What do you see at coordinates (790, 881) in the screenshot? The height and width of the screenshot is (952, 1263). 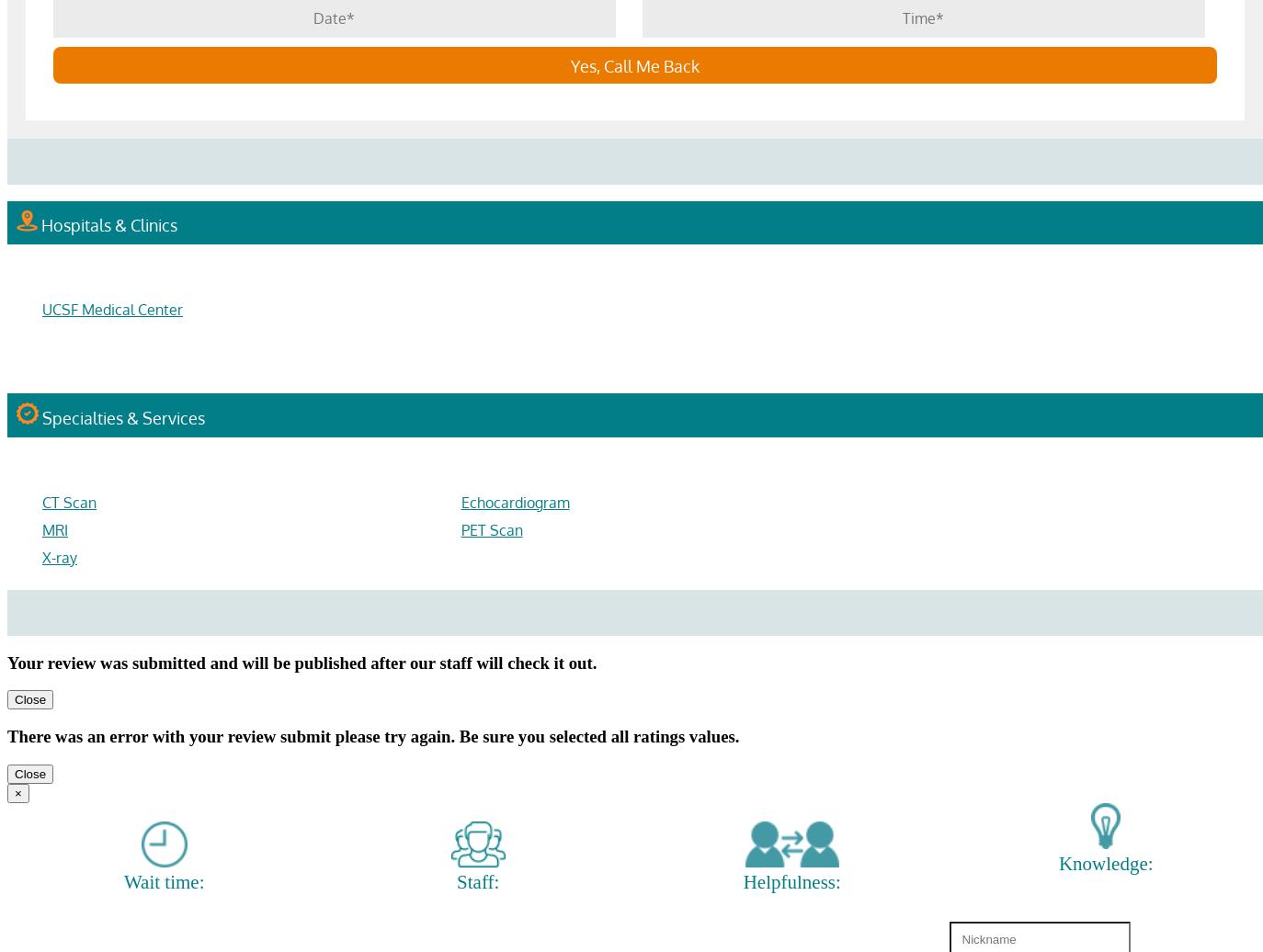 I see `'Helpfulness:'` at bounding box center [790, 881].